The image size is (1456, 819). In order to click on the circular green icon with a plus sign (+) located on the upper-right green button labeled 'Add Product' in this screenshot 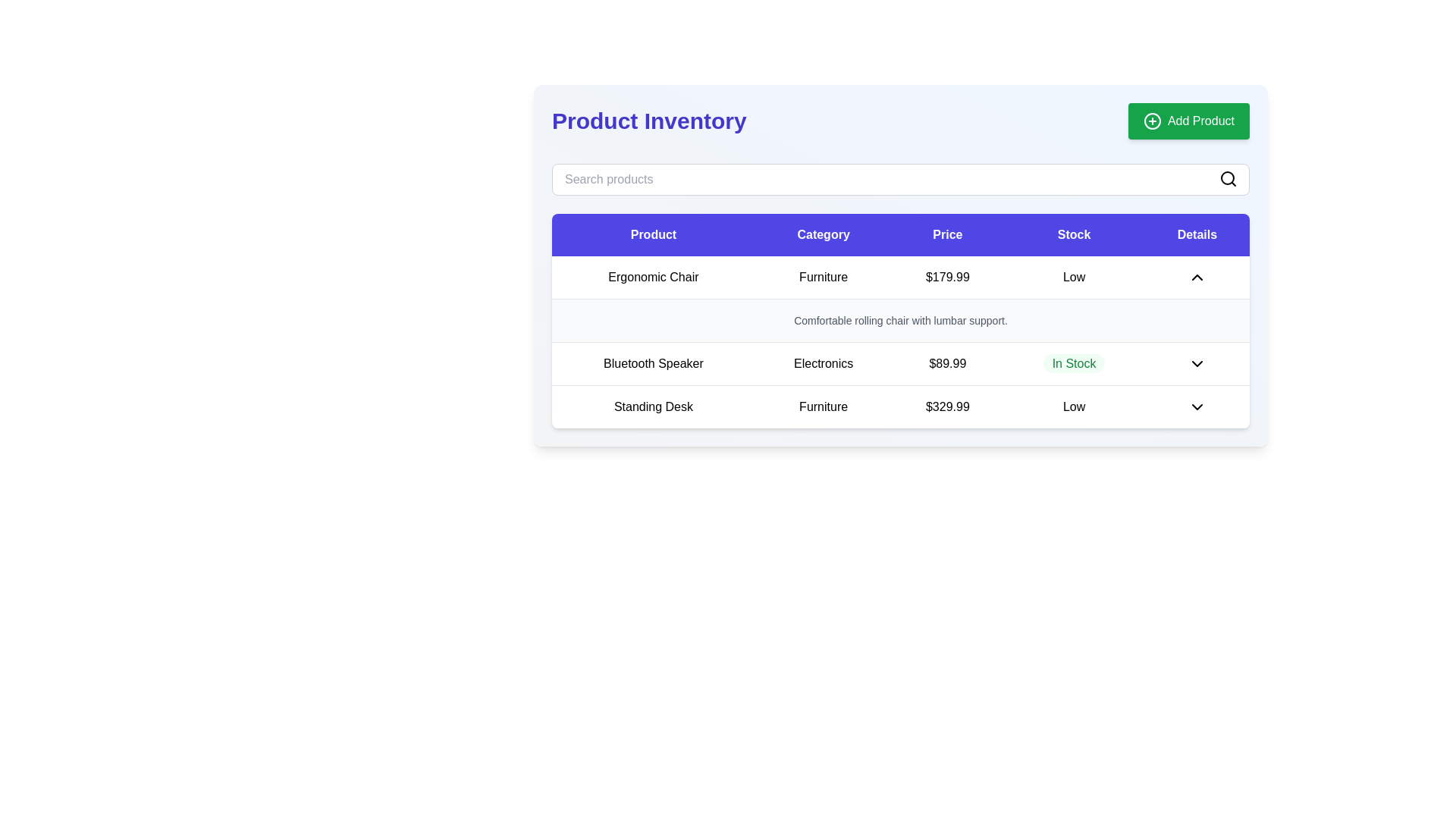, I will do `click(1152, 120)`.